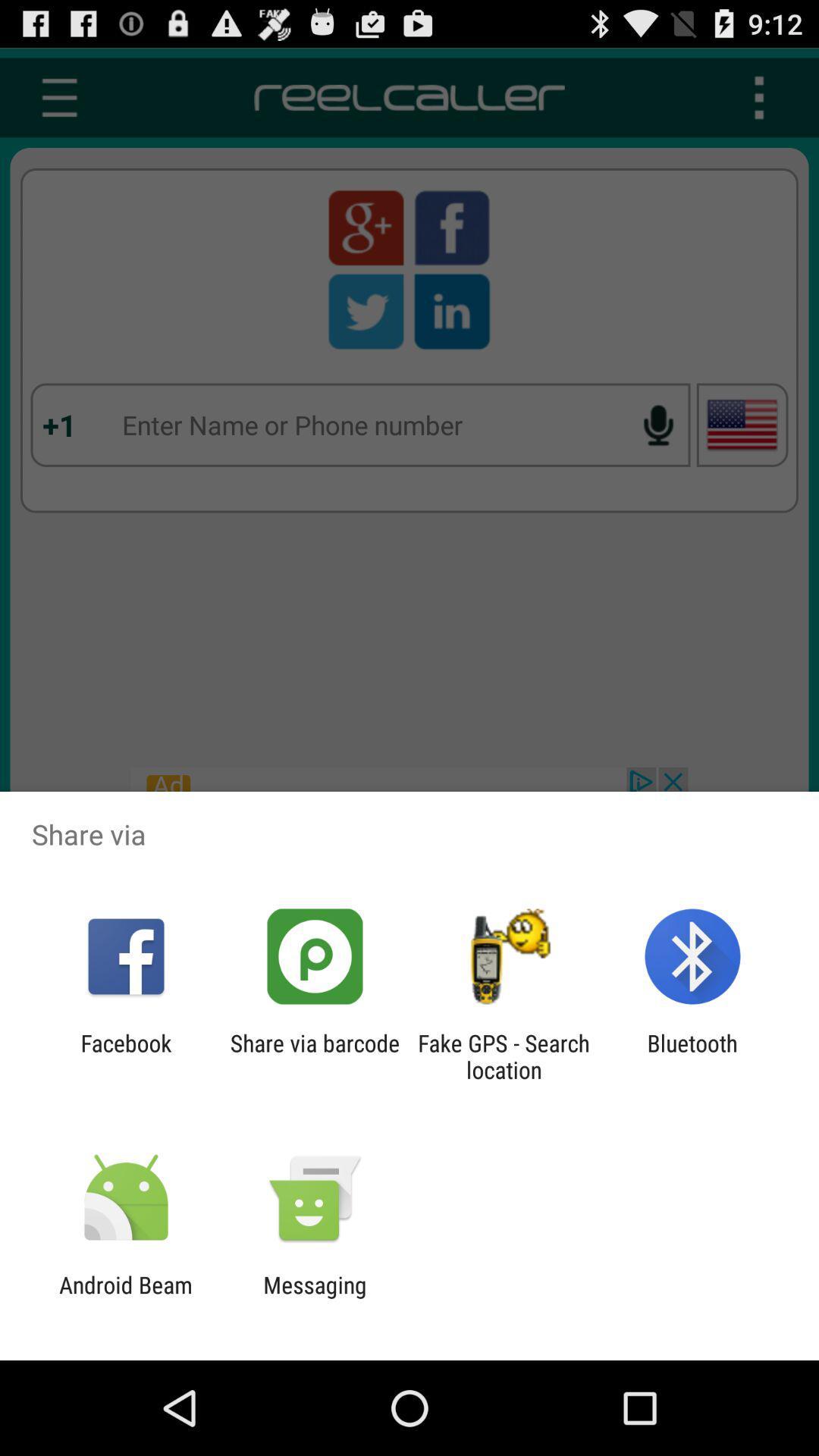  I want to click on icon next to bluetooth, so click(504, 1056).